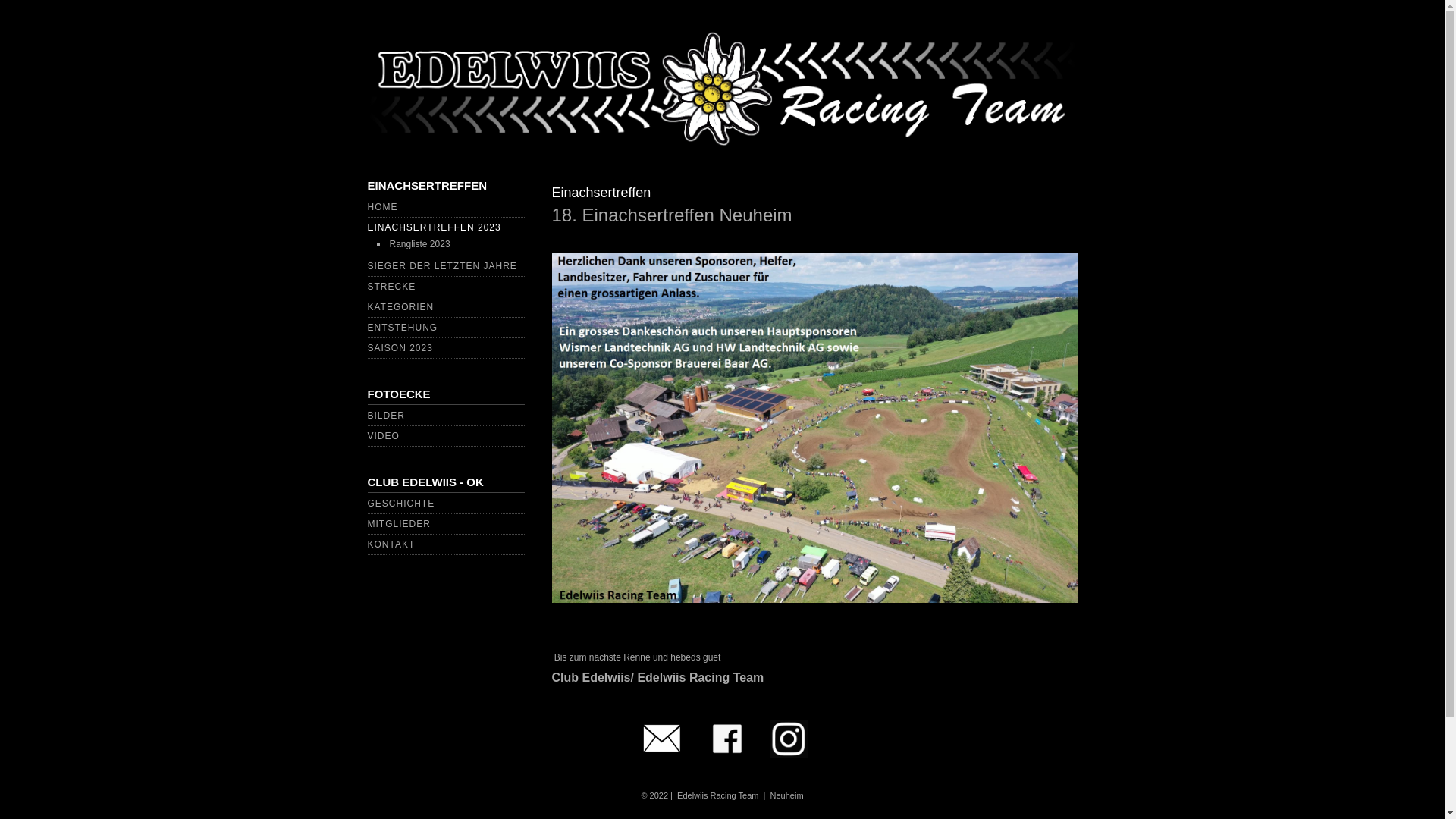 The width and height of the screenshot is (1456, 819). I want to click on 'GESCHICHTE', so click(400, 503).